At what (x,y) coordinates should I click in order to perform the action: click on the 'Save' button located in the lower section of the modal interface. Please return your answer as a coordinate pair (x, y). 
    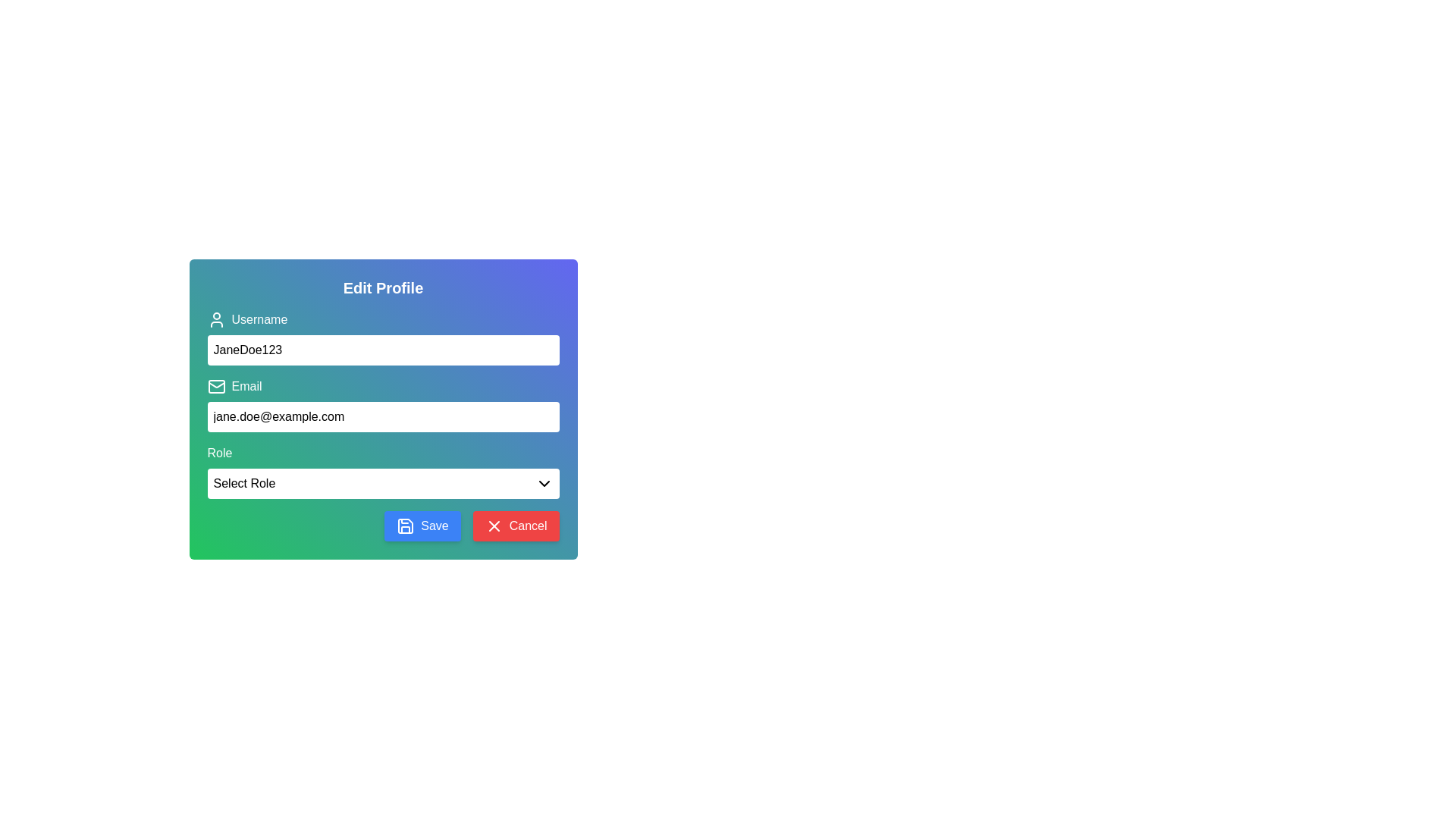
    Looking at the image, I should click on (422, 526).